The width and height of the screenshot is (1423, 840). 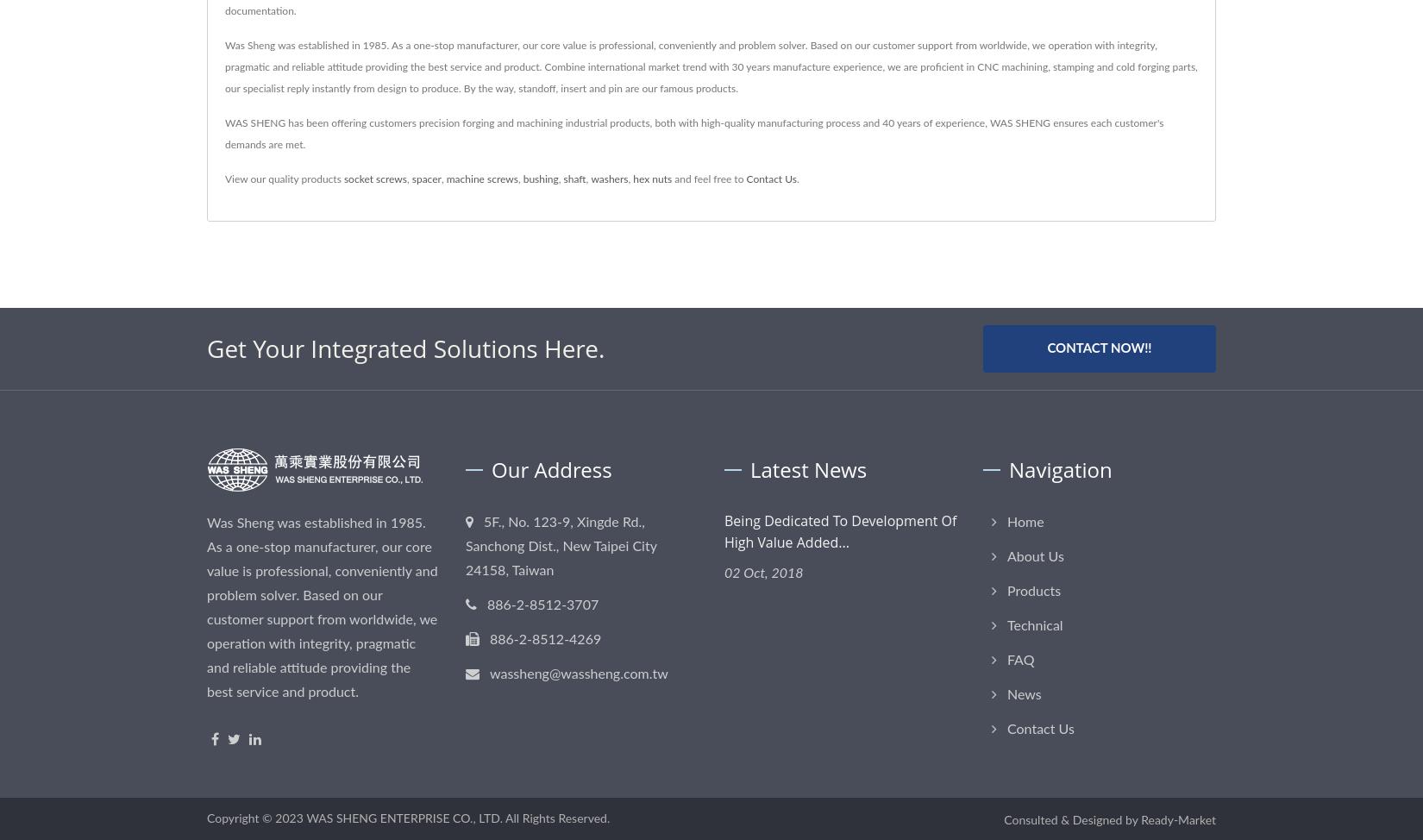 I want to click on 'WAS SHENG has been offering customers precision forging and machining industrial products, both with high-quality manufacturing process and 40 years of experience, WAS SHENG ensures each customer's demands are met.', so click(x=693, y=133).